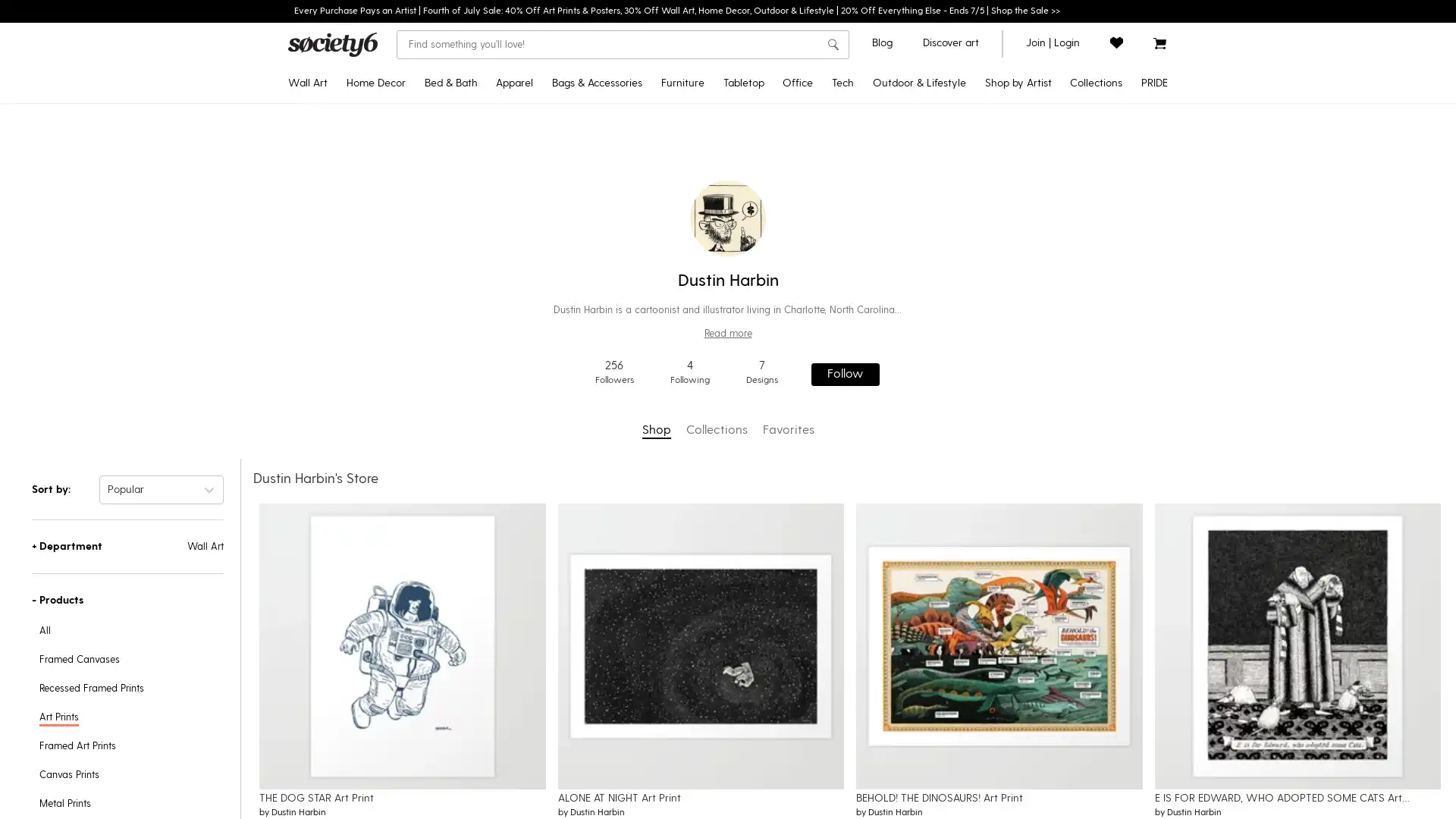 This screenshot has height=819, width=1456. I want to click on Discover Black Artists, so click(977, 194).